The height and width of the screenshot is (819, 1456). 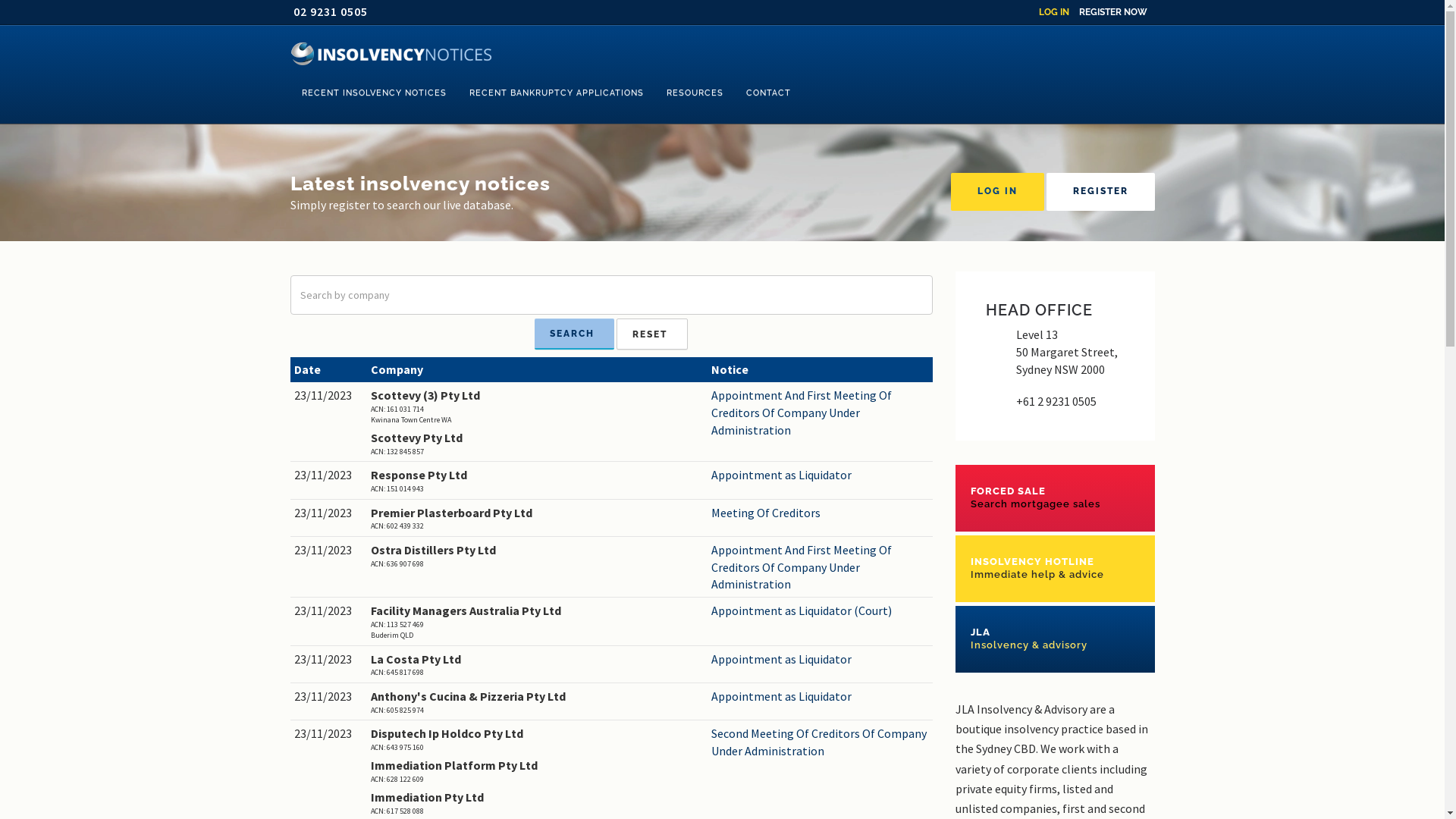 I want to click on 'RECENT BANKRUPTCY APPLICATIONS', so click(x=556, y=93).